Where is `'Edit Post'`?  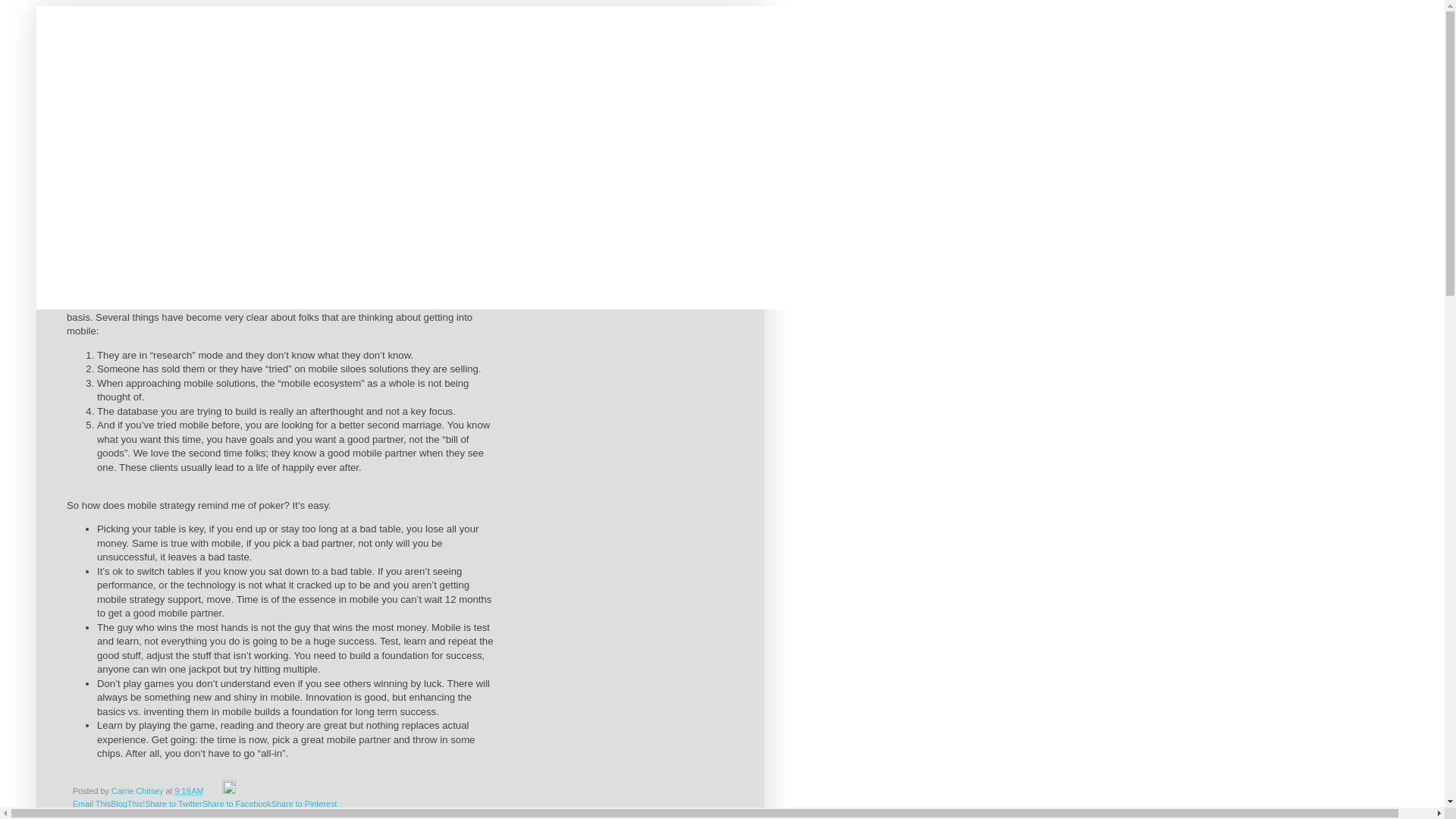
'Edit Post' is located at coordinates (228, 789).